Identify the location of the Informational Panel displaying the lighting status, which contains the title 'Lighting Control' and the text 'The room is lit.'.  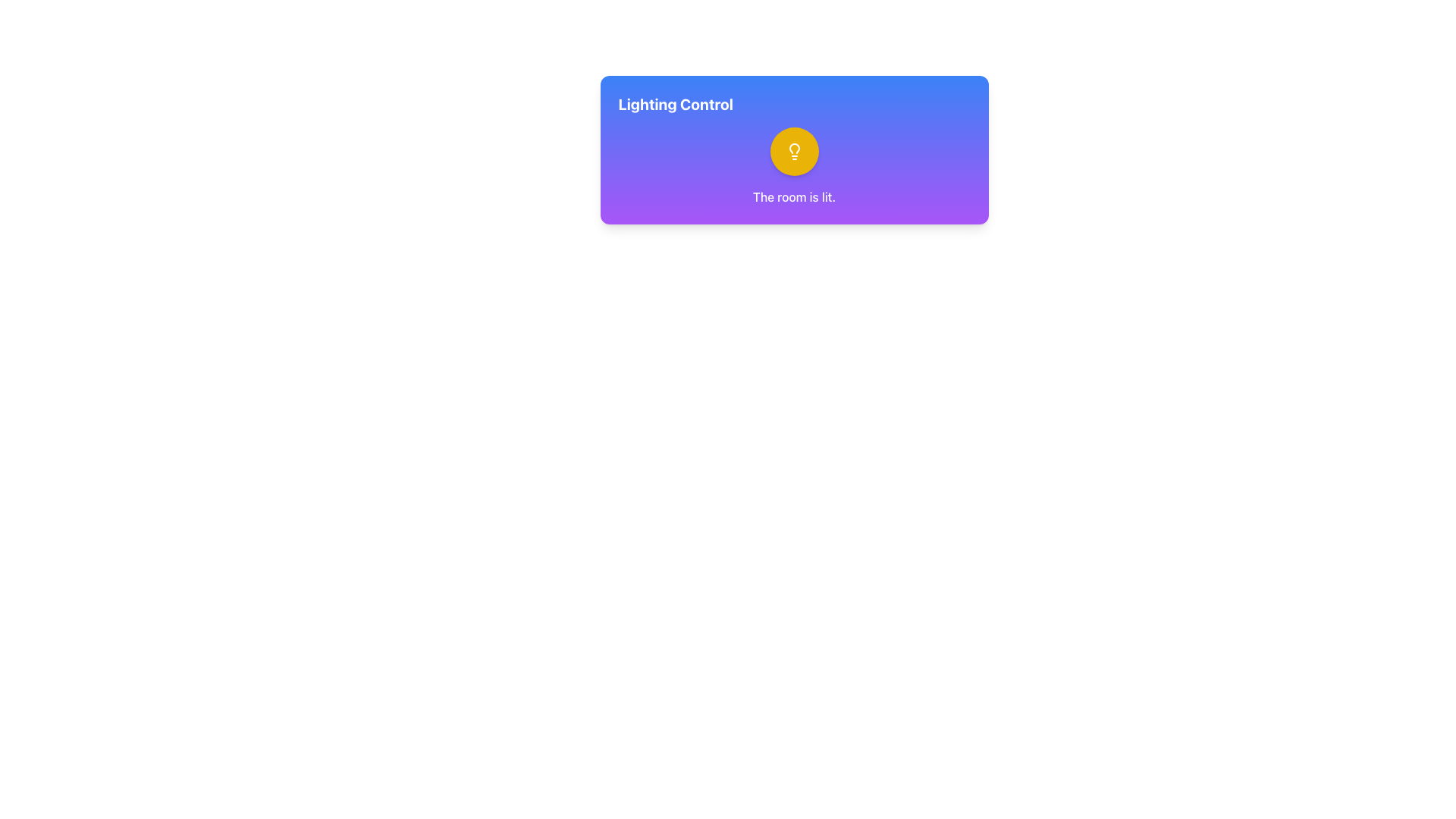
(793, 149).